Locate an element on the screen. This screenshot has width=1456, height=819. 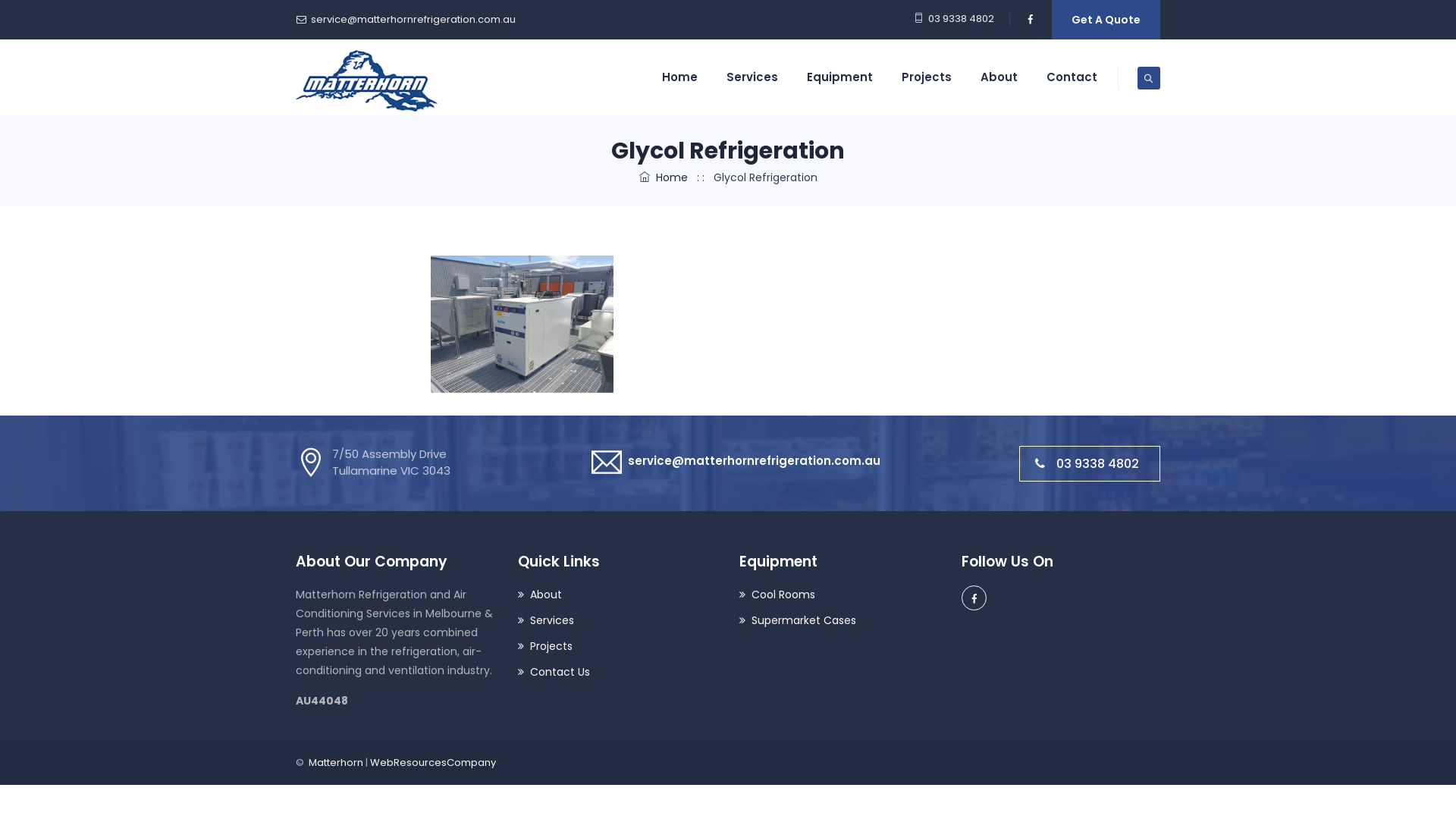
'Services' is located at coordinates (516, 620).